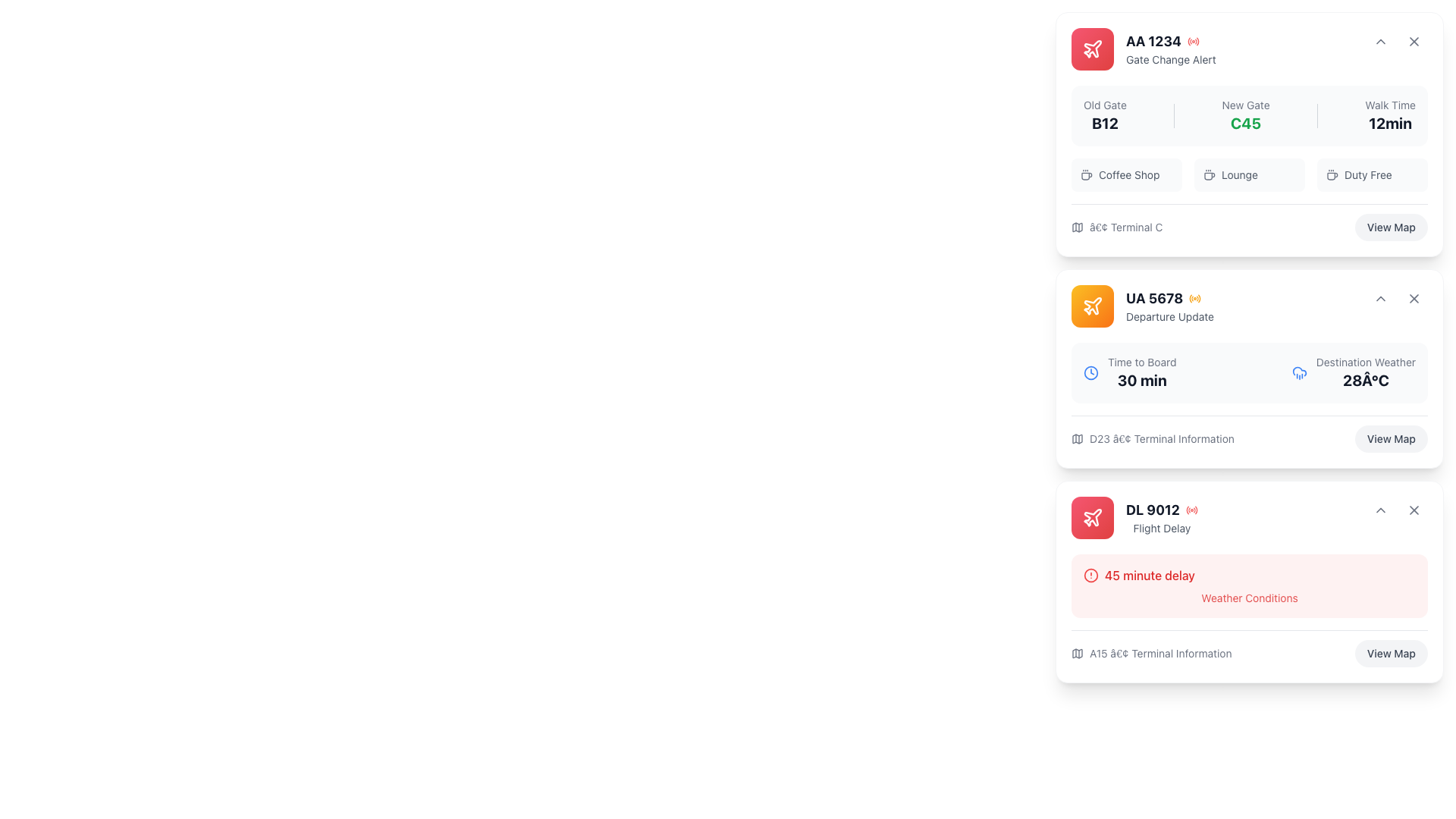 The width and height of the screenshot is (1456, 819). Describe the element at coordinates (1249, 369) in the screenshot. I see `displayed information in the central informational block of the card labeled 'UA 5678', which includes the time remaining to board and the destination weather` at that location.